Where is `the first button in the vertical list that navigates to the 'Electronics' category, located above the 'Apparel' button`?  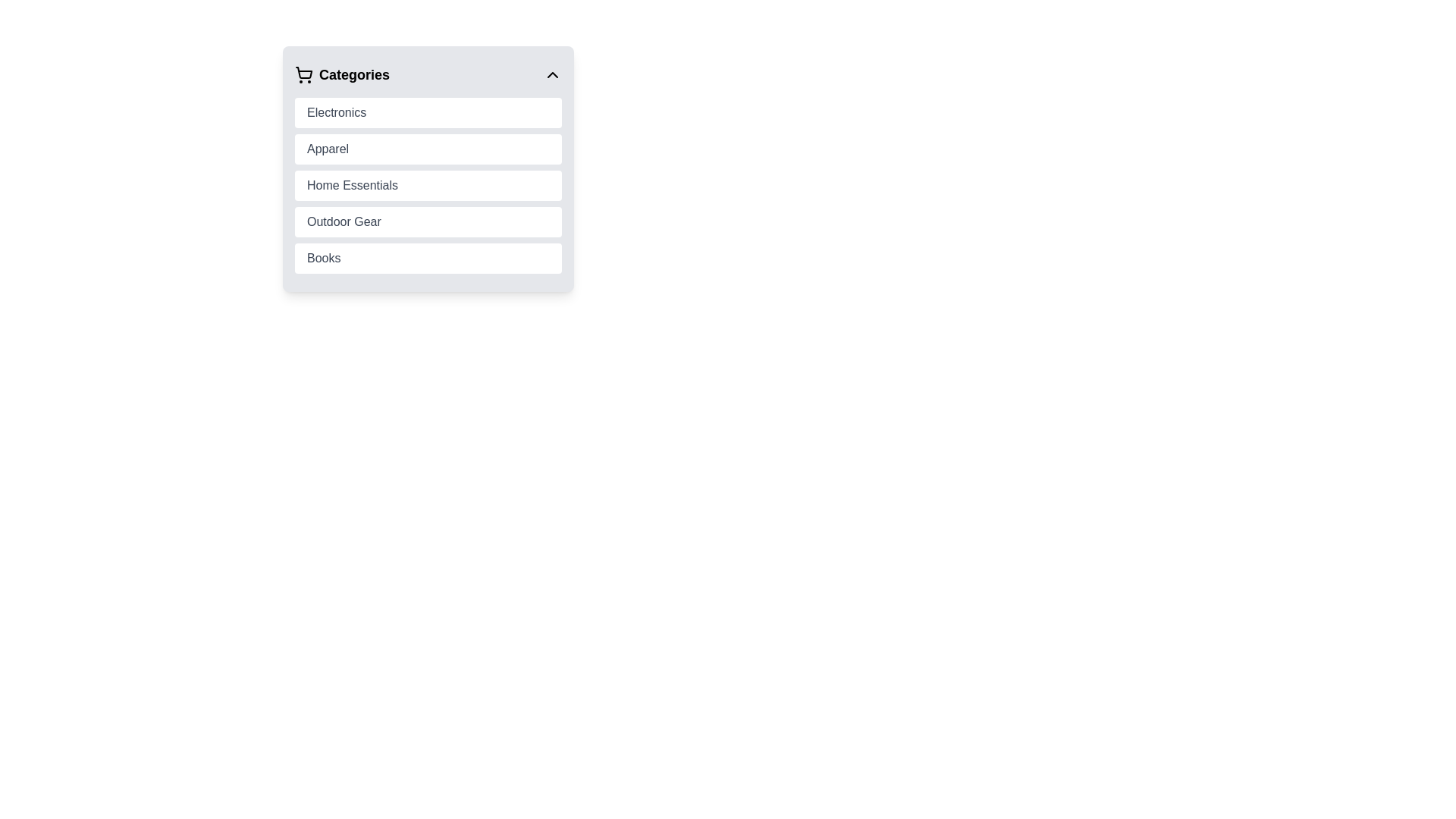
the first button in the vertical list that navigates to the 'Electronics' category, located above the 'Apparel' button is located at coordinates (428, 112).